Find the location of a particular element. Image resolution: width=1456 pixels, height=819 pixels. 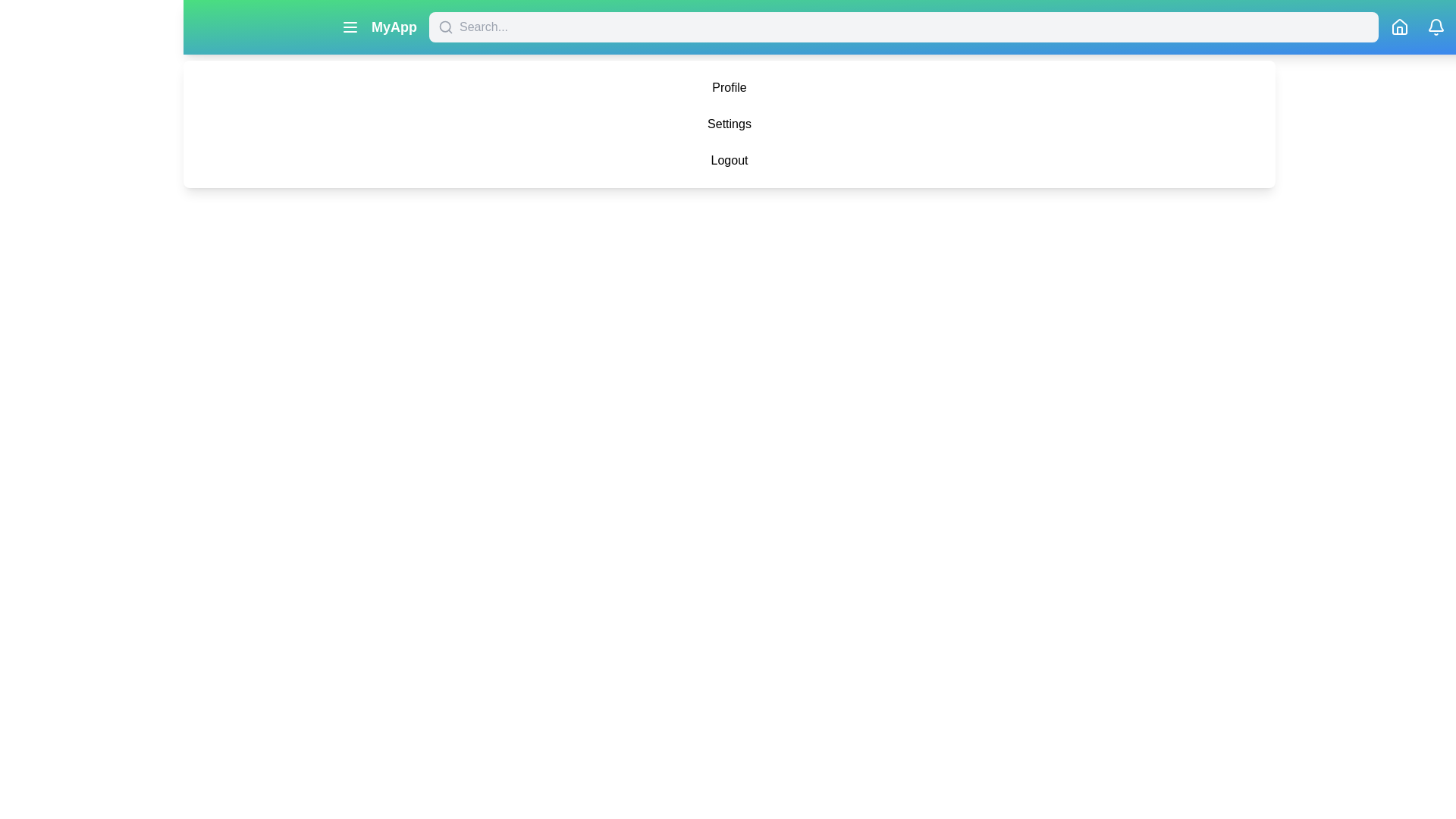

the user profile button located at the top-center of the dropdown panel is located at coordinates (729, 87).